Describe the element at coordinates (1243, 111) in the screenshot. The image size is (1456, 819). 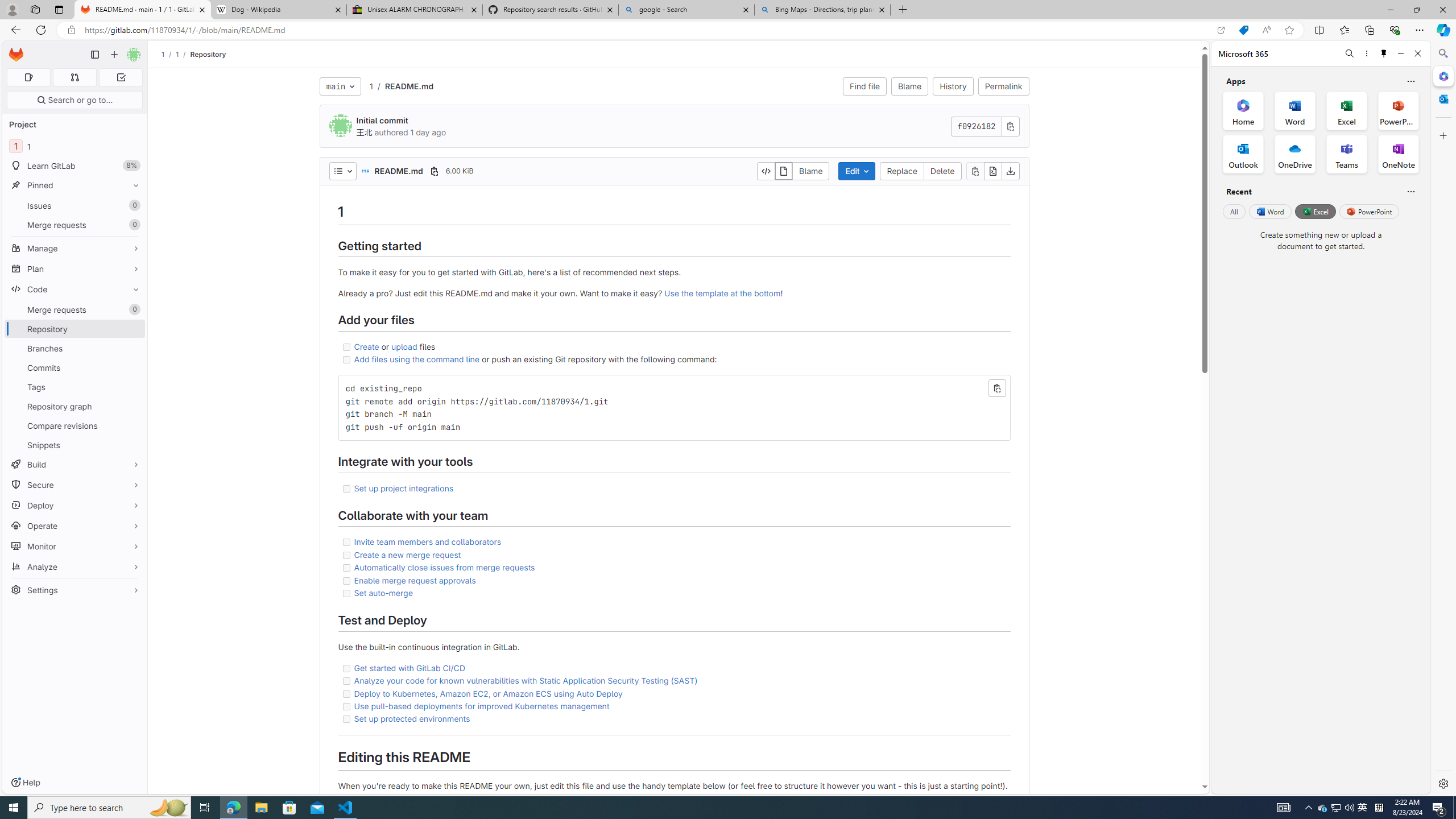
I see `'Home Office App'` at that location.